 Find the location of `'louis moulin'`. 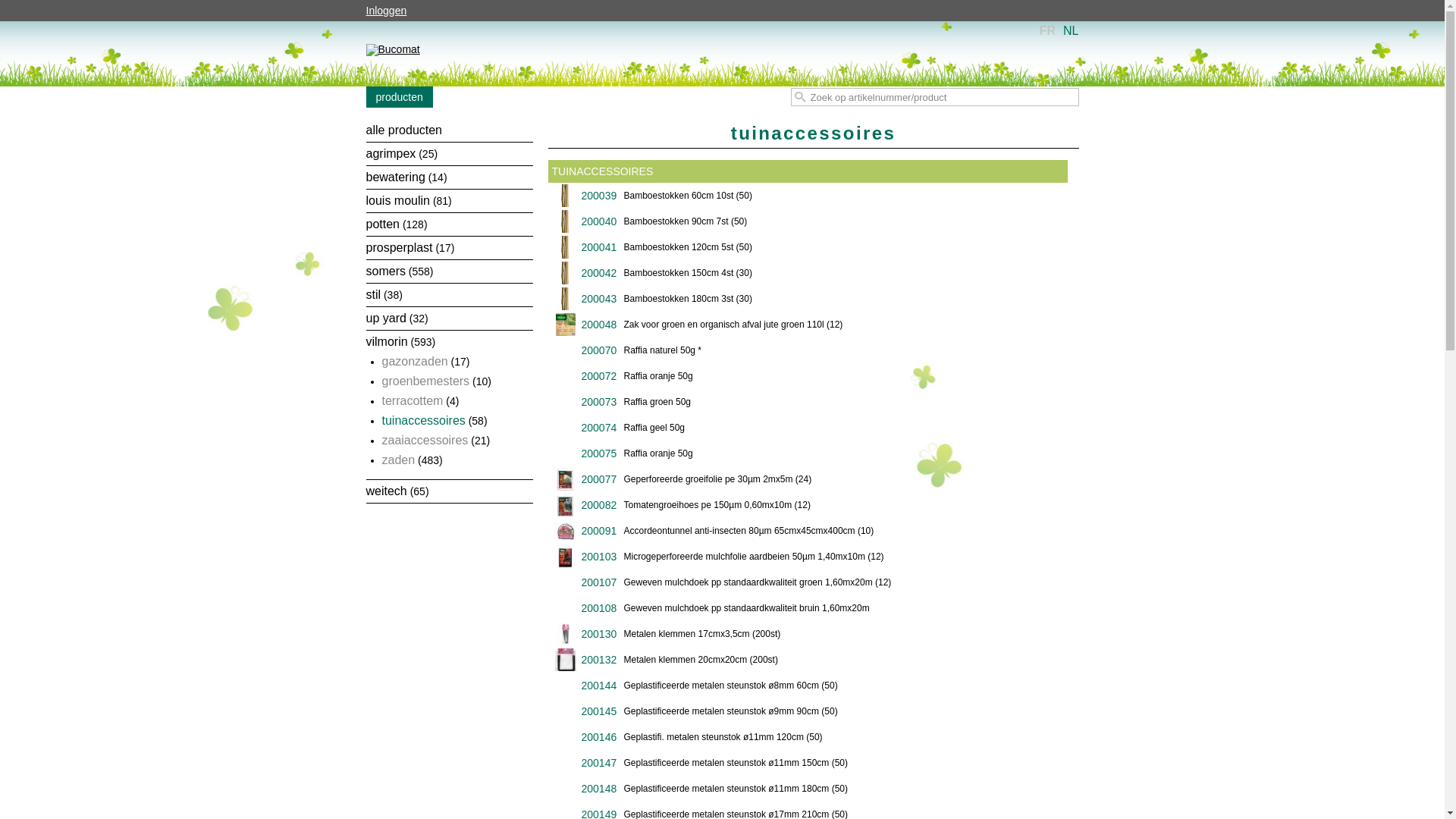

'louis moulin' is located at coordinates (397, 199).